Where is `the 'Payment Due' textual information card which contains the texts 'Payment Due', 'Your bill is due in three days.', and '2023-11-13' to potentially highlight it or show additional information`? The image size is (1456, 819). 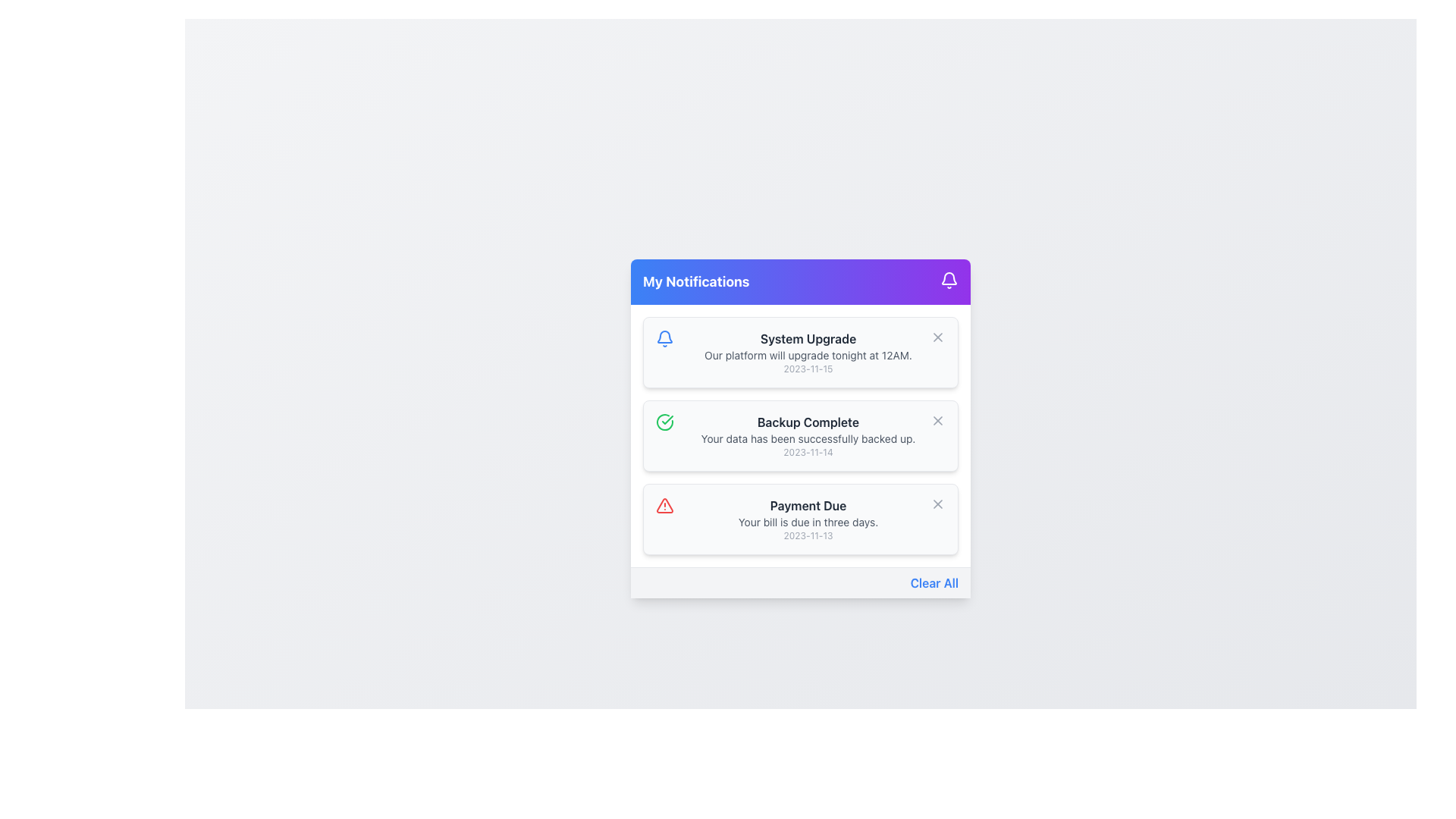 the 'Payment Due' textual information card which contains the texts 'Payment Due', 'Your bill is due in three days.', and '2023-11-13' to potentially highlight it or show additional information is located at coordinates (807, 517).